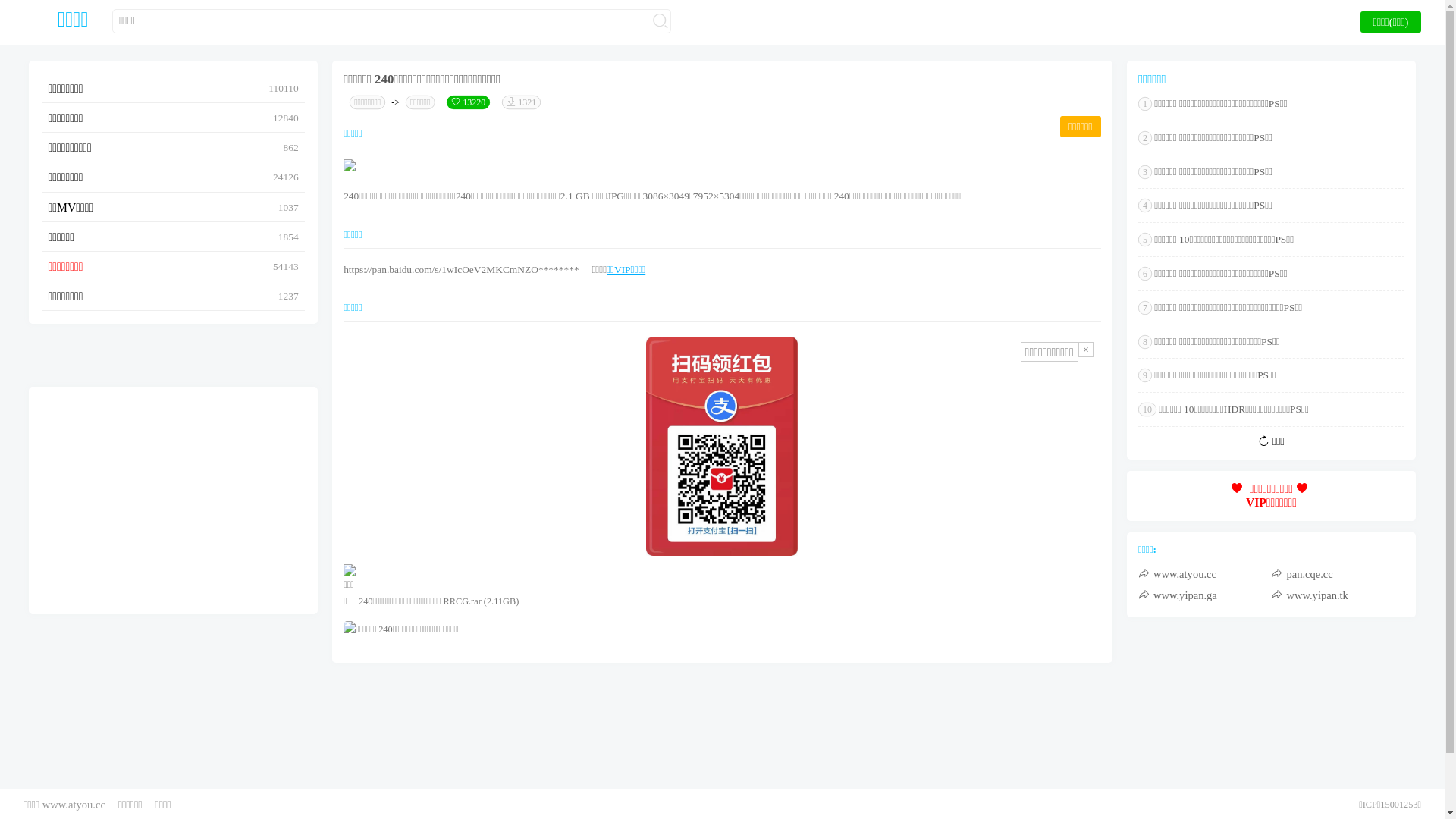  I want to click on '13220', so click(467, 102).